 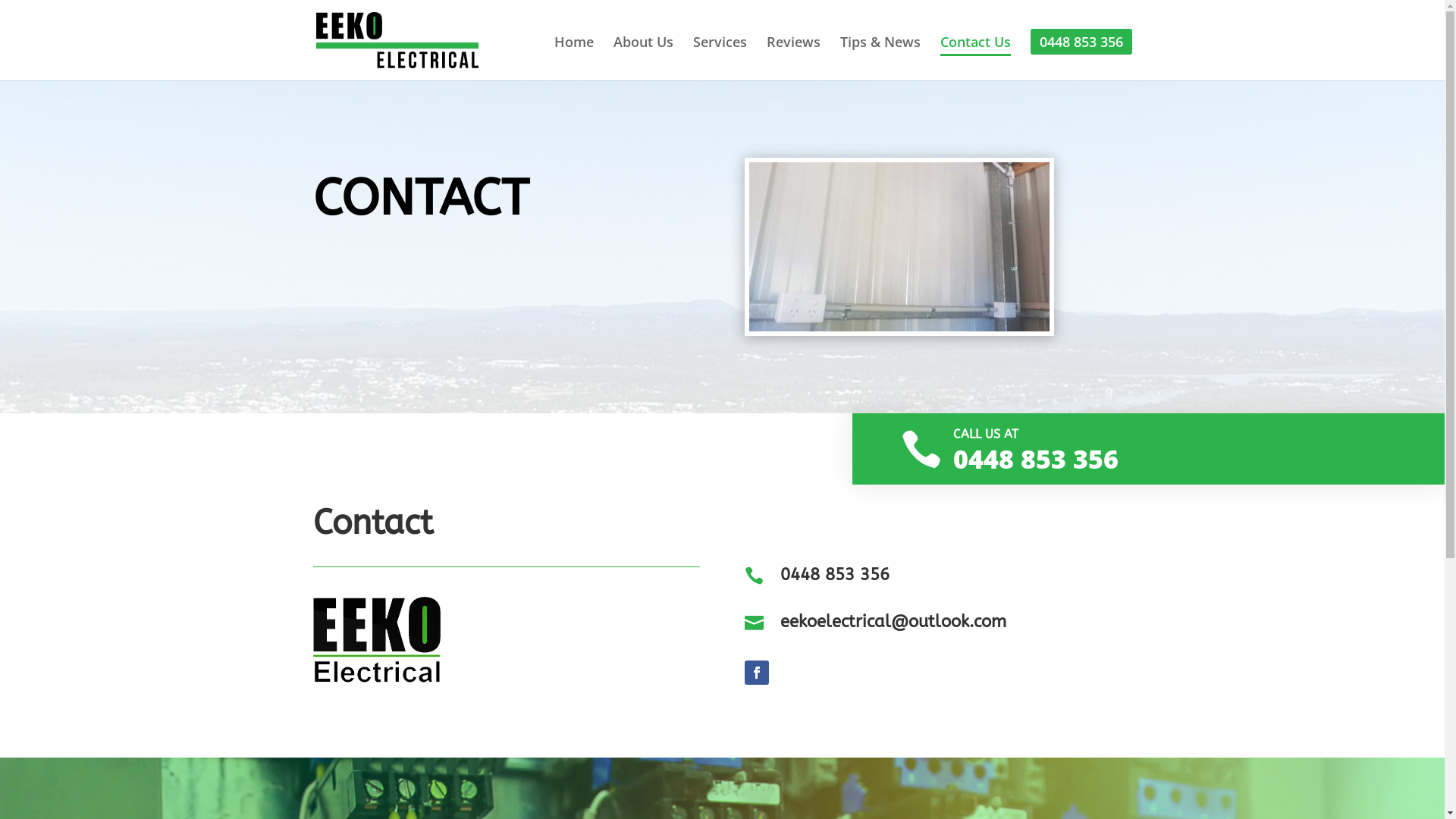 What do you see at coordinates (719, 55) in the screenshot?
I see `'Services'` at bounding box center [719, 55].